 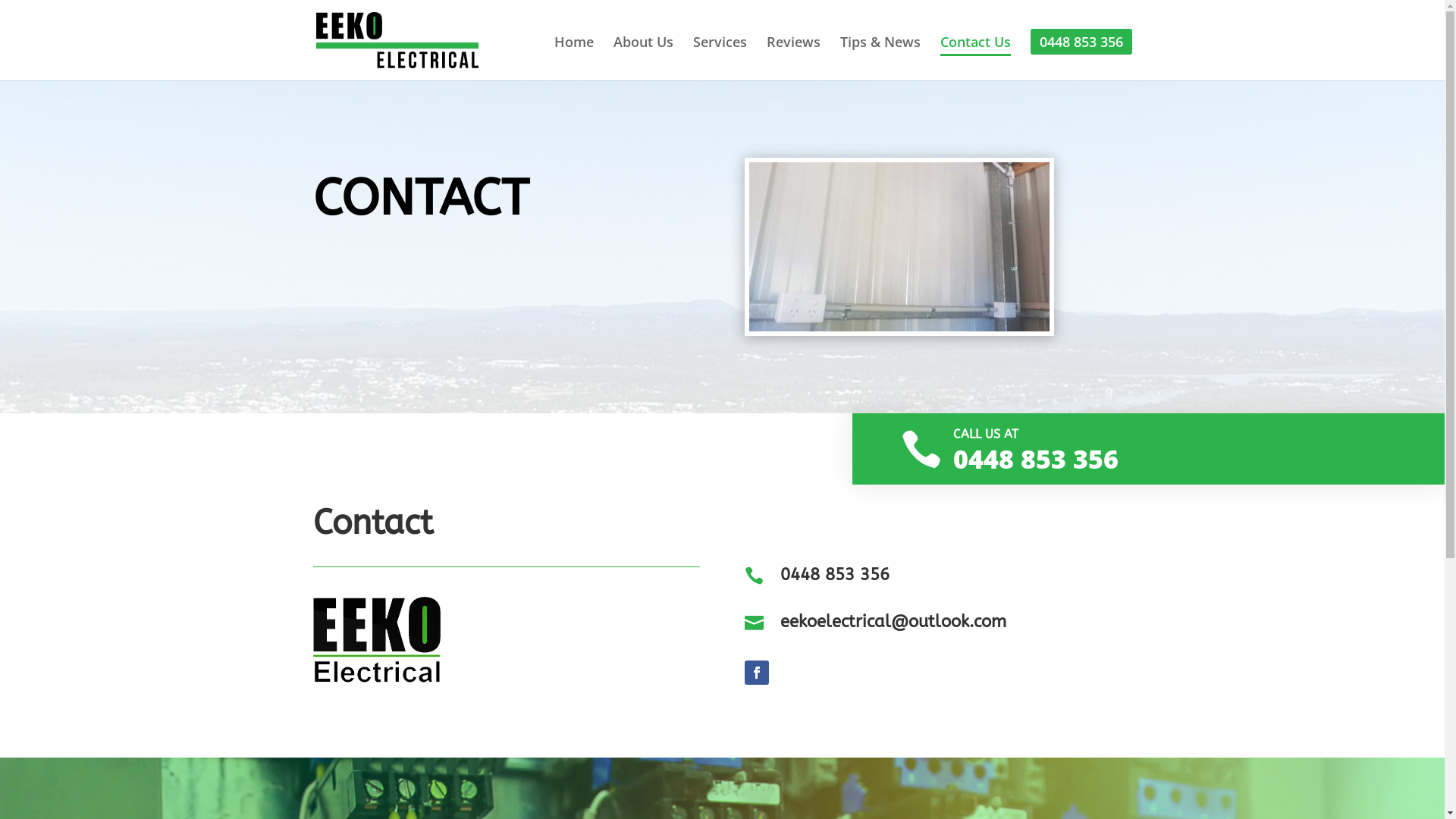 What do you see at coordinates (719, 55) in the screenshot?
I see `'Services'` at bounding box center [719, 55].